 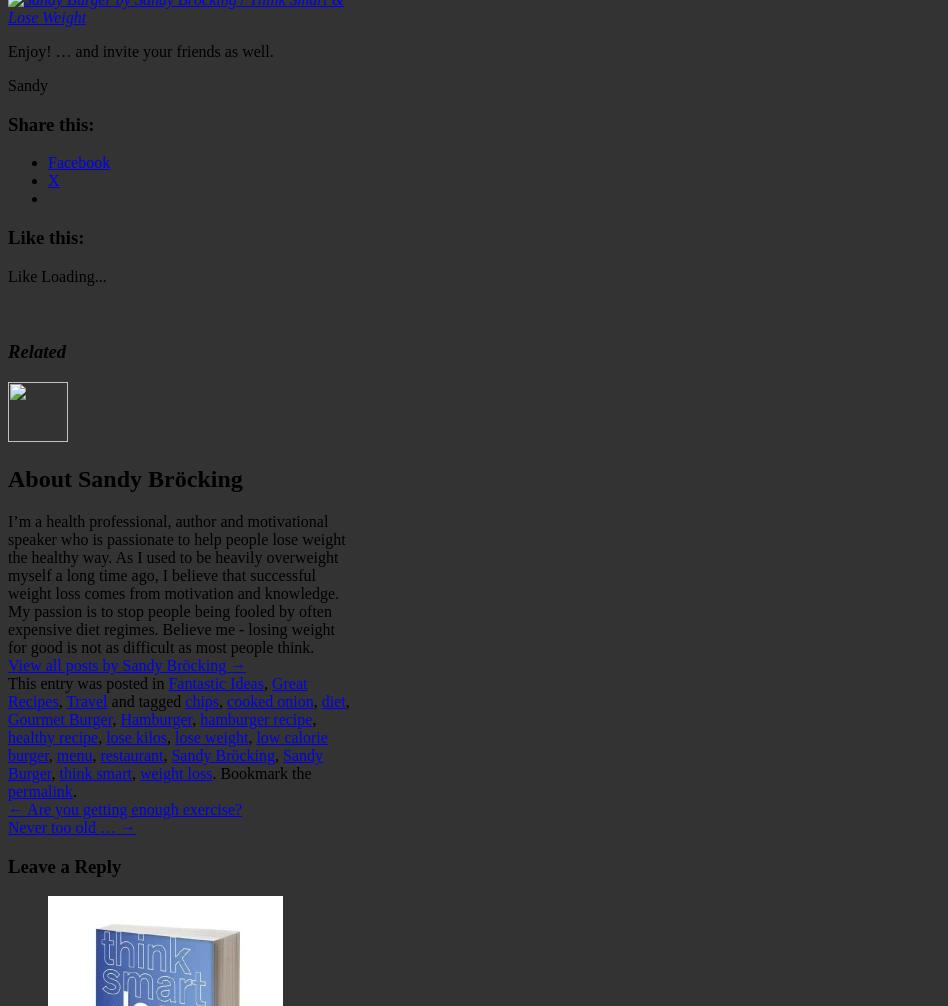 What do you see at coordinates (40, 789) in the screenshot?
I see `'permalink'` at bounding box center [40, 789].